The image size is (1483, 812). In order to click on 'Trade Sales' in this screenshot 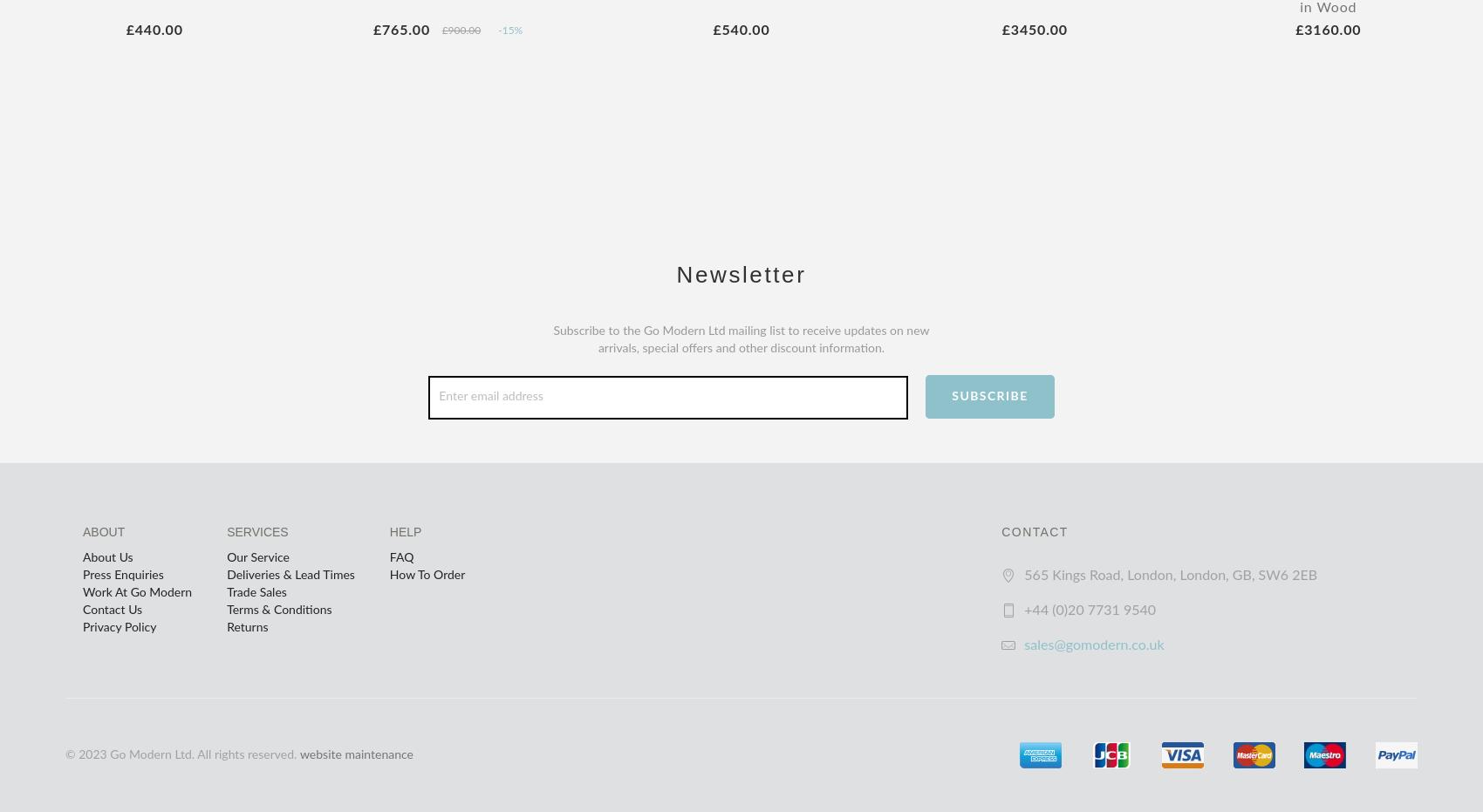, I will do `click(256, 590)`.